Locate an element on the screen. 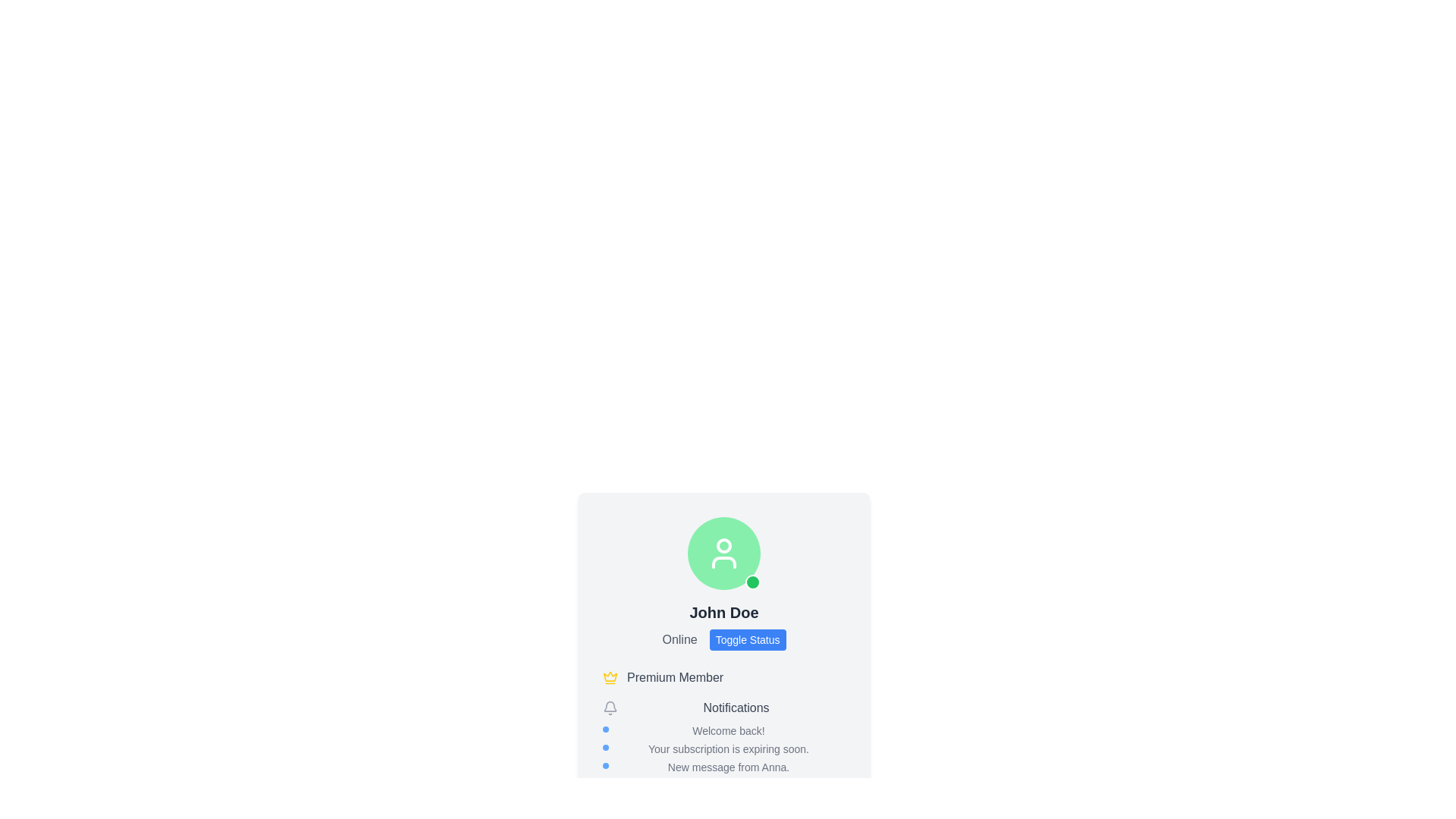  the Decorative avatar icon or profile picture, which is centrally positioned above the text 'John Doe' and near the label 'Online' and the button labeled 'Toggle Status' is located at coordinates (723, 553).